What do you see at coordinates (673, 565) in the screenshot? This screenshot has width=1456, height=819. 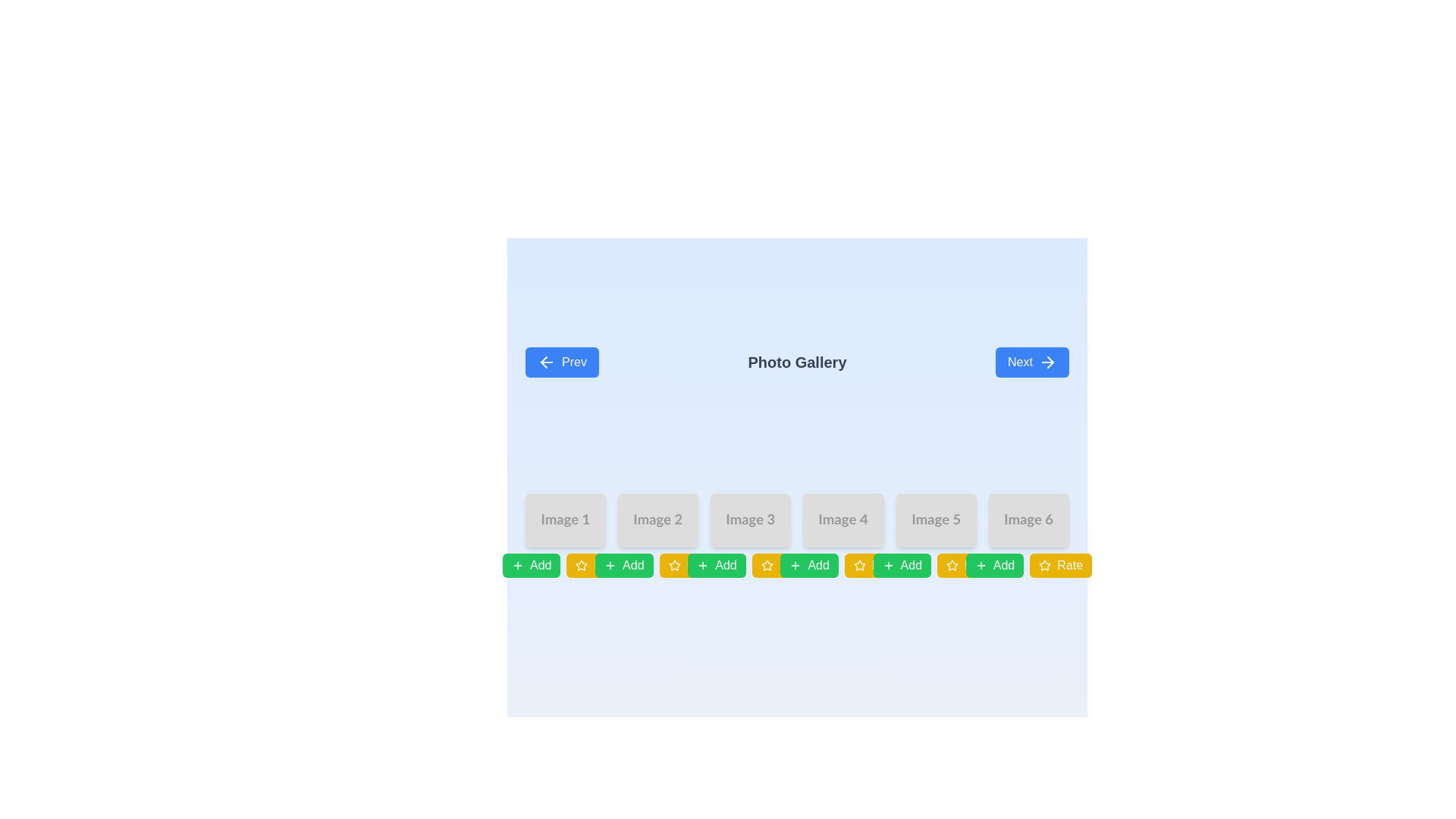 I see `the yellow star icon representing the rating feature` at bounding box center [673, 565].